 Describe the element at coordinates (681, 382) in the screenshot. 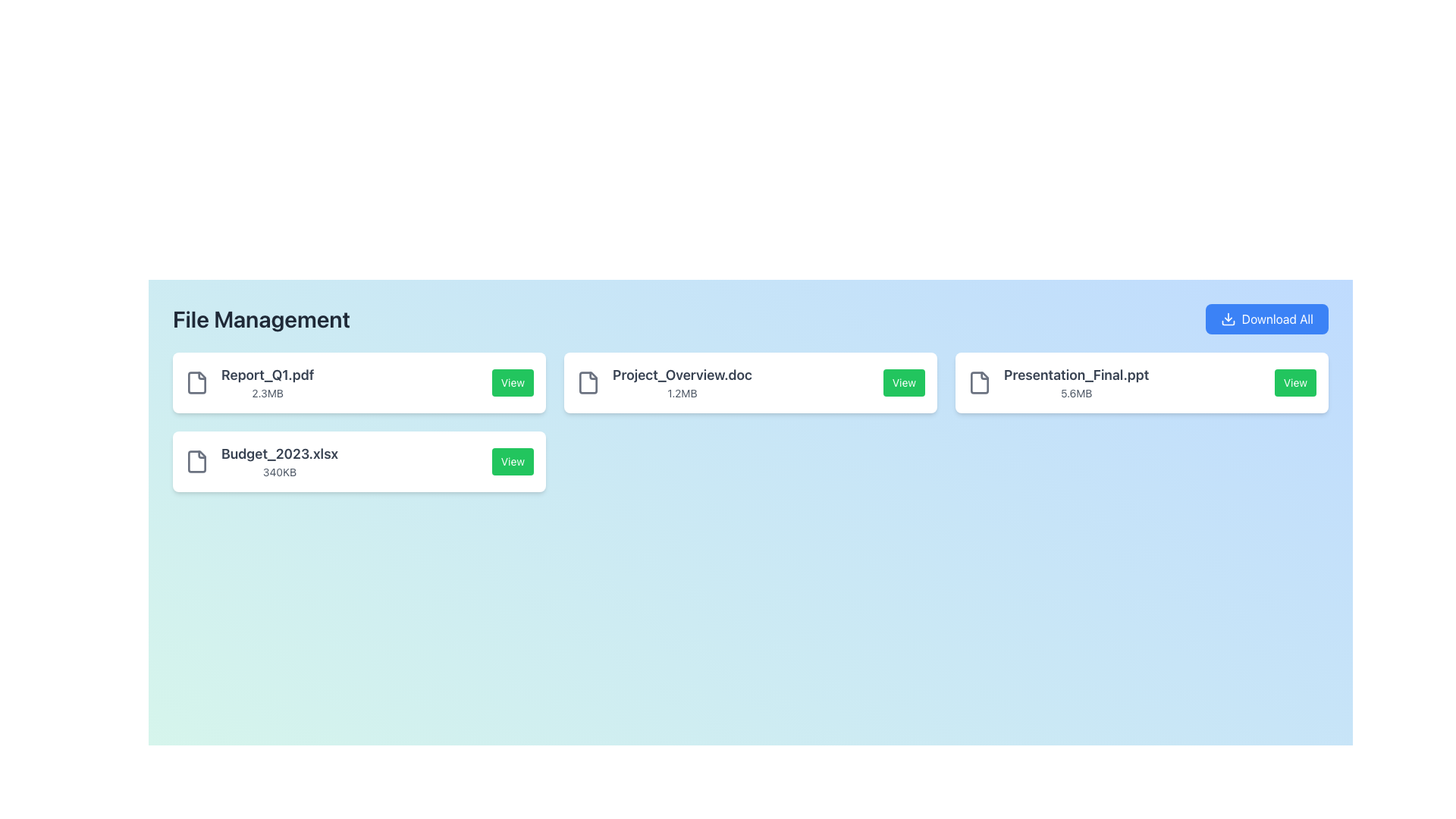

I see `the Label element displaying 'Project_Overview.doc' with size '1.2MB' in the third card of the file management grid` at that location.